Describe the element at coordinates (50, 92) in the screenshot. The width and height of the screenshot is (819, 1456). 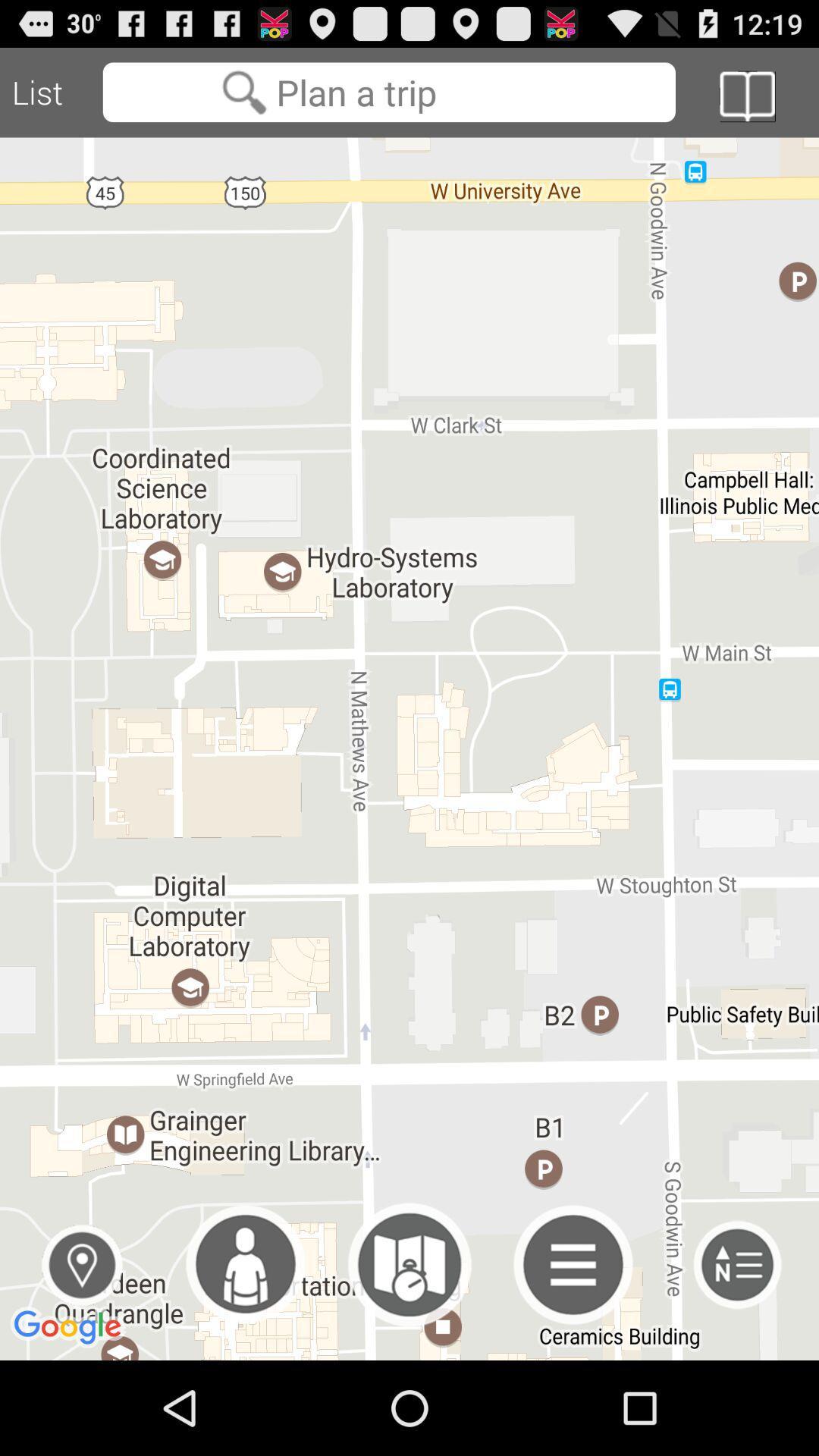
I see `list icon` at that location.